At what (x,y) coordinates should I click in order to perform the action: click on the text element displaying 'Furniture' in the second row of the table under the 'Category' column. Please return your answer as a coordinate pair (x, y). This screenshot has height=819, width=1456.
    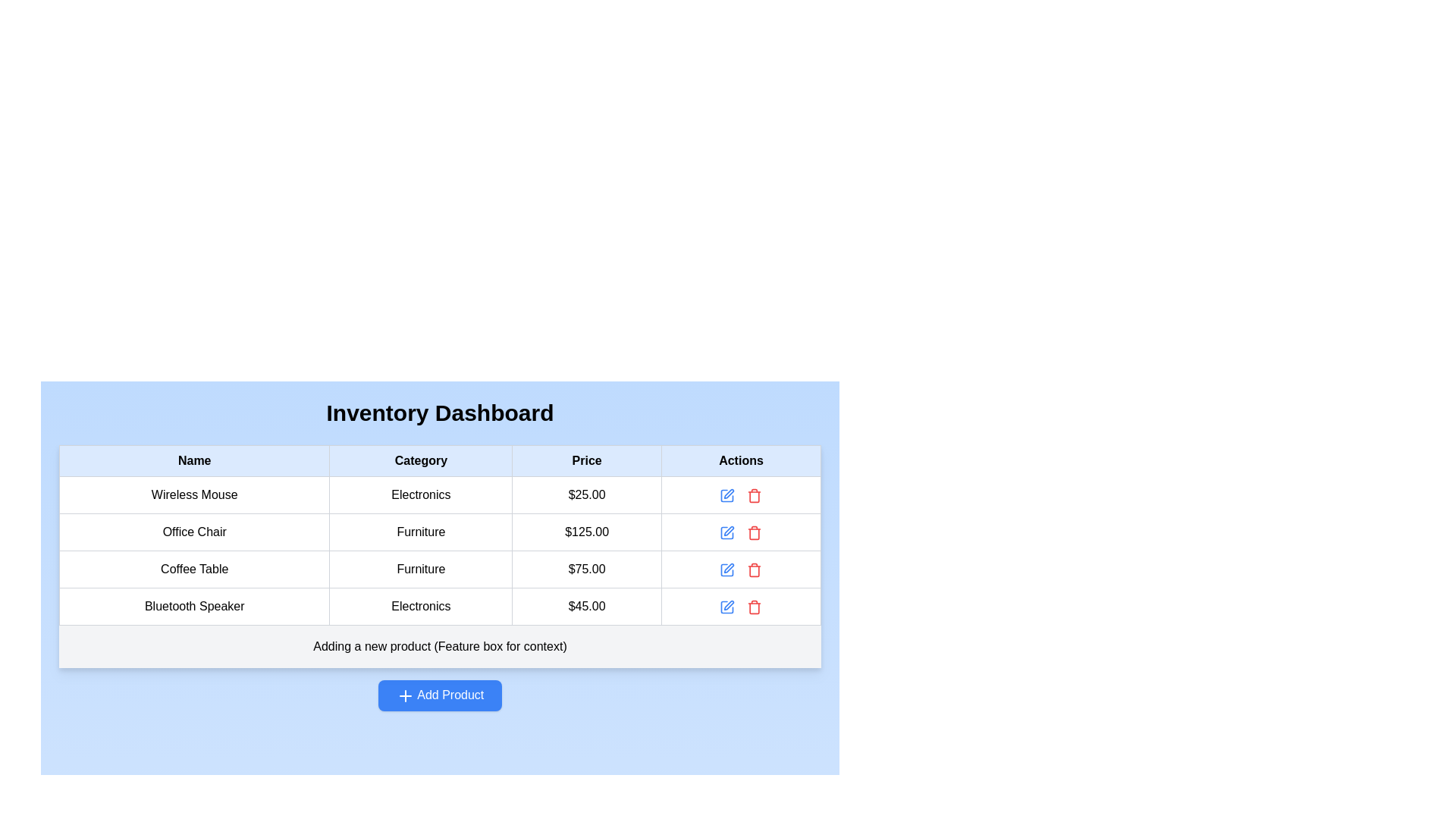
    Looking at the image, I should click on (421, 532).